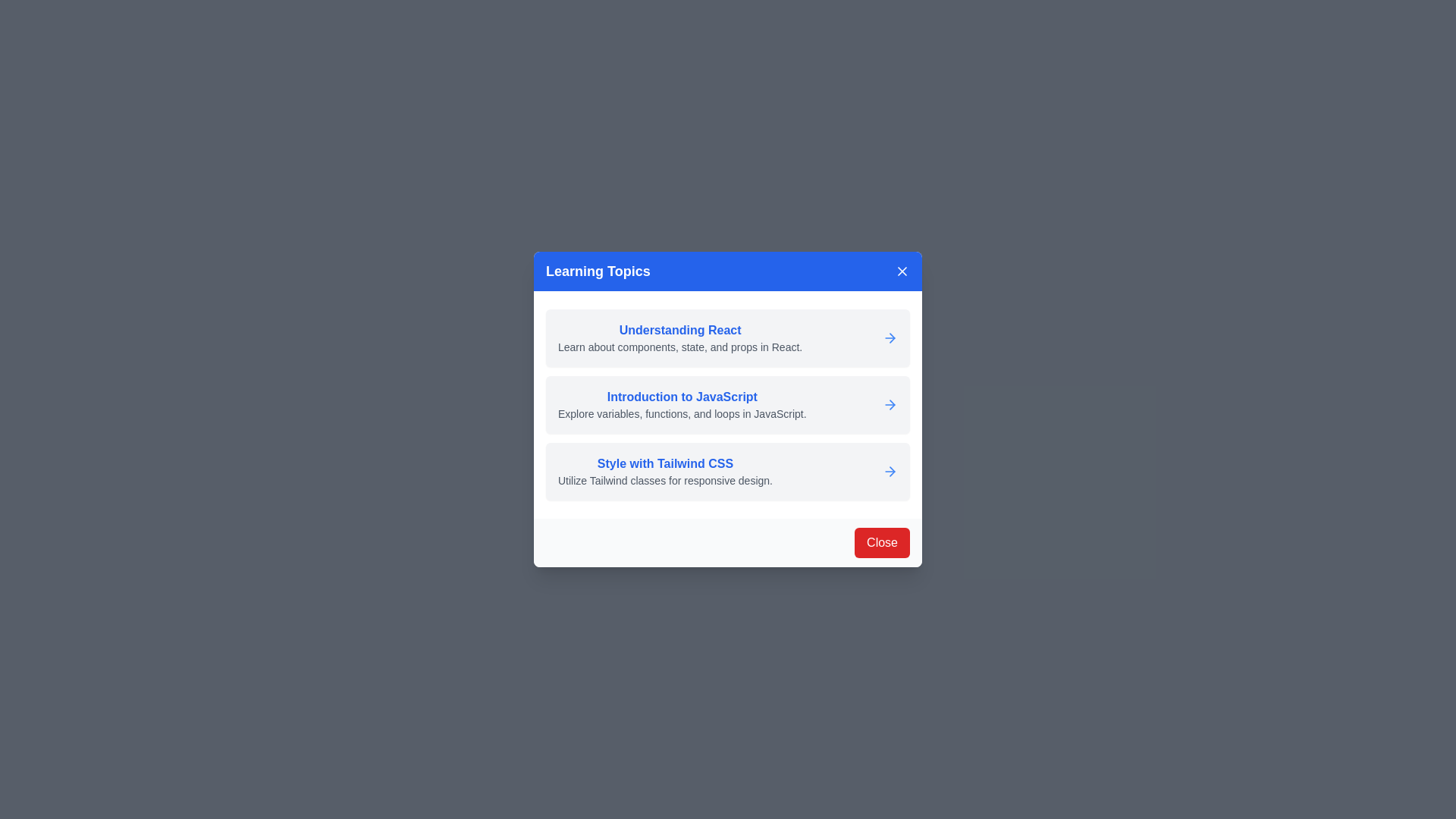 Image resolution: width=1456 pixels, height=819 pixels. I want to click on the first clickable card in the 'Learning Topics' modal, so click(728, 337).